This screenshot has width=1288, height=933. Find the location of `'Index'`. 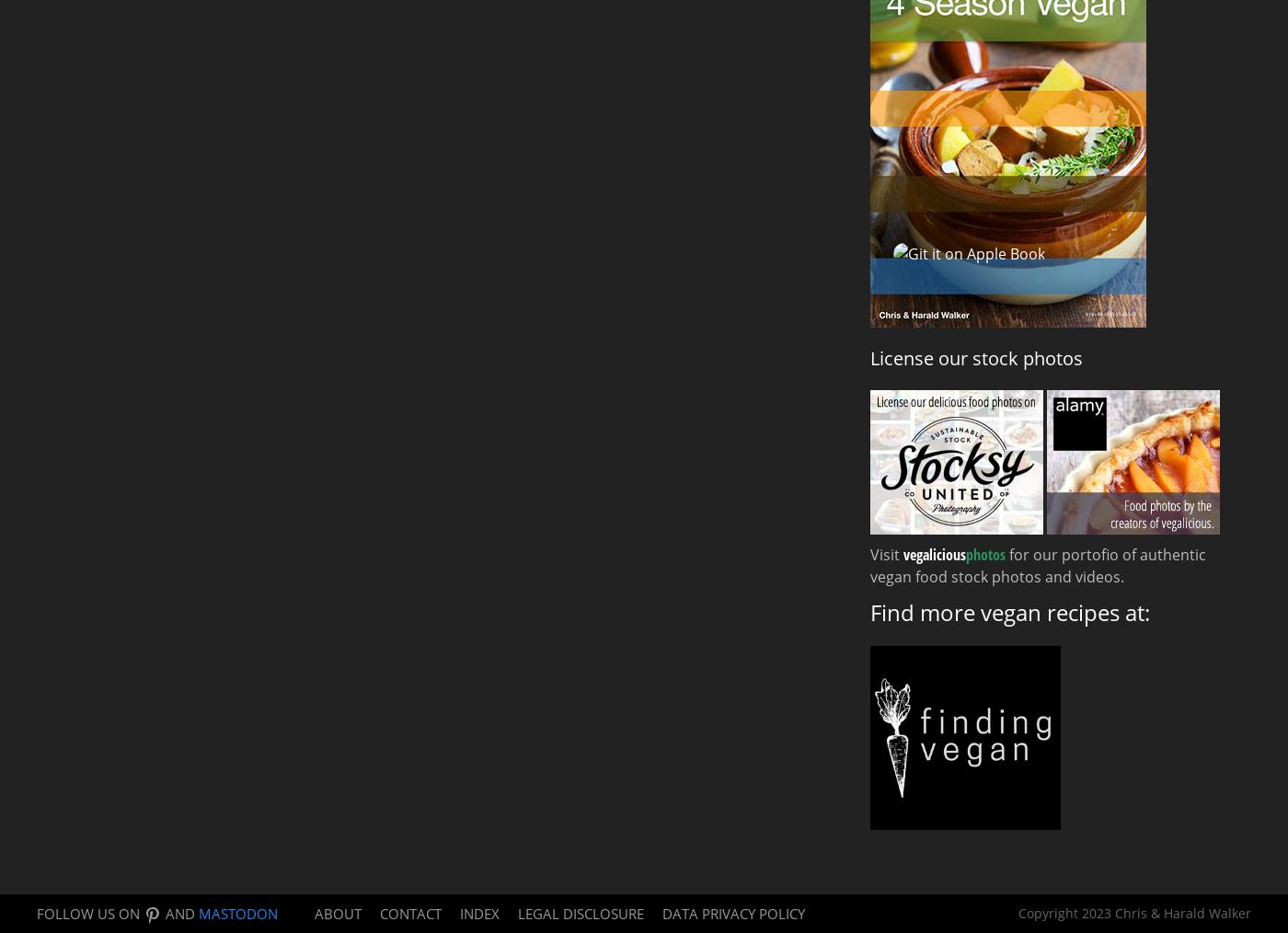

'Index' is located at coordinates (479, 912).